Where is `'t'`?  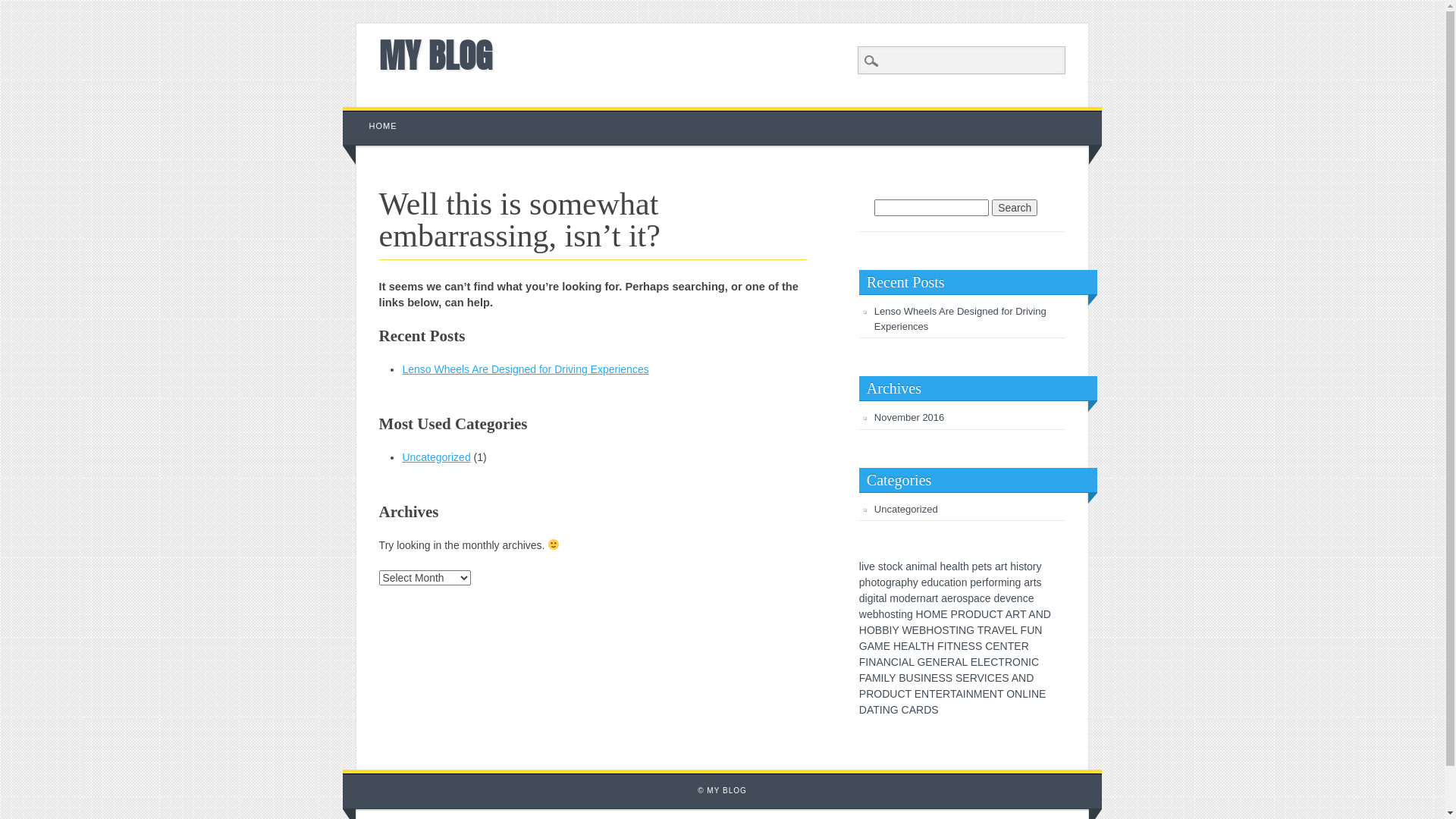 't' is located at coordinates (877, 581).